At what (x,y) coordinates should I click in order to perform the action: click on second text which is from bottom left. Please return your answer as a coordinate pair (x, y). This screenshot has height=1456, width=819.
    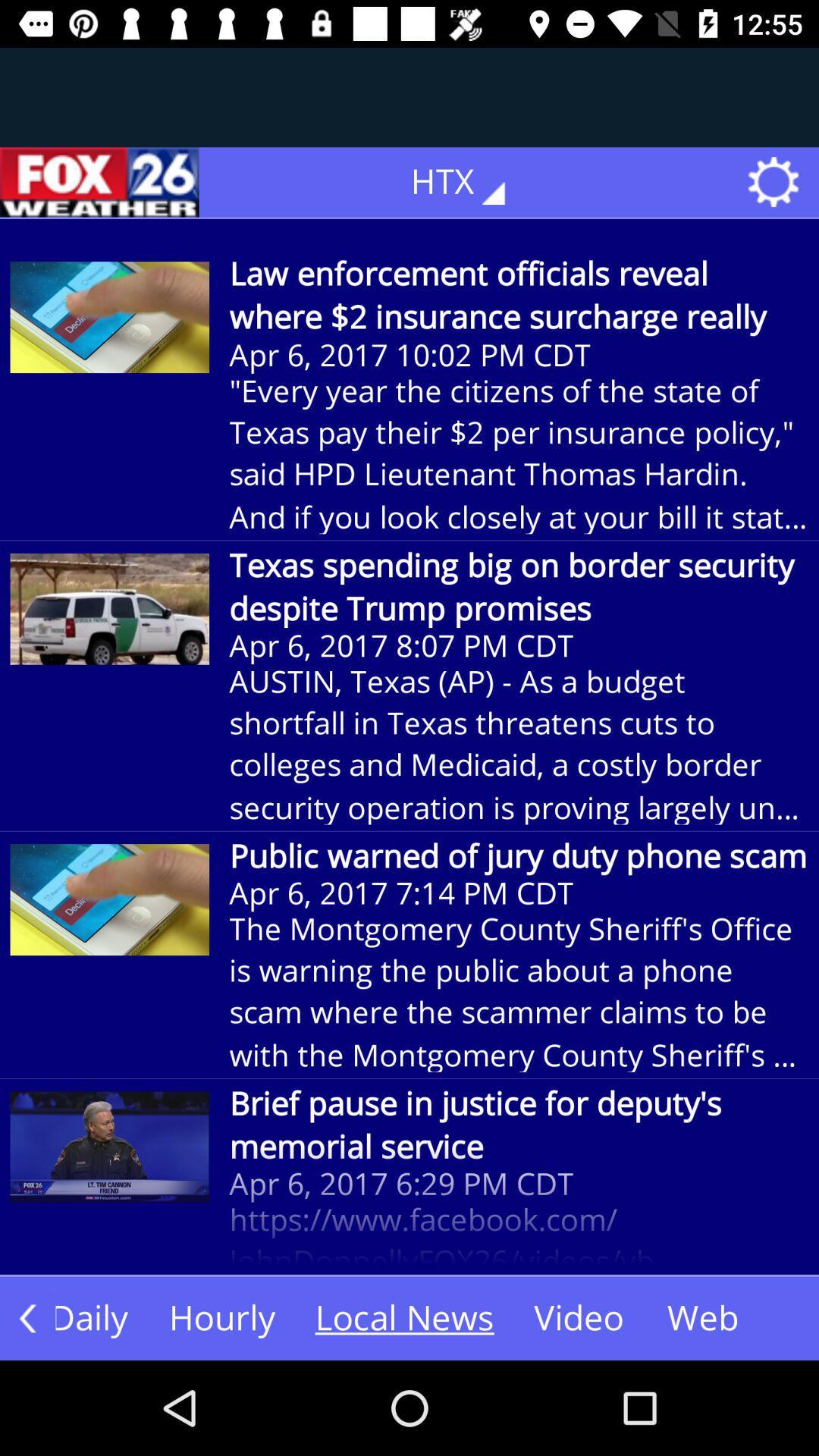
    Looking at the image, I should click on (222, 1317).